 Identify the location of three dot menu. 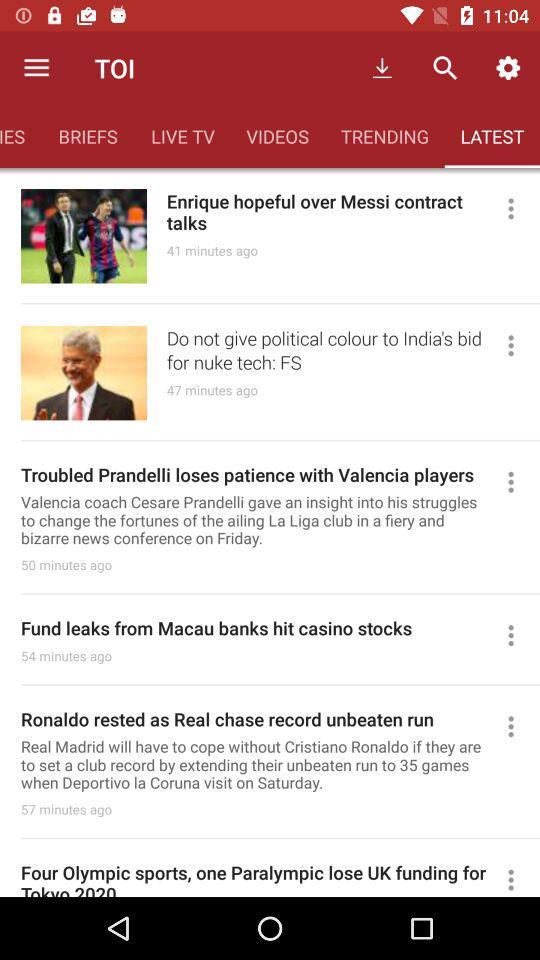
(519, 481).